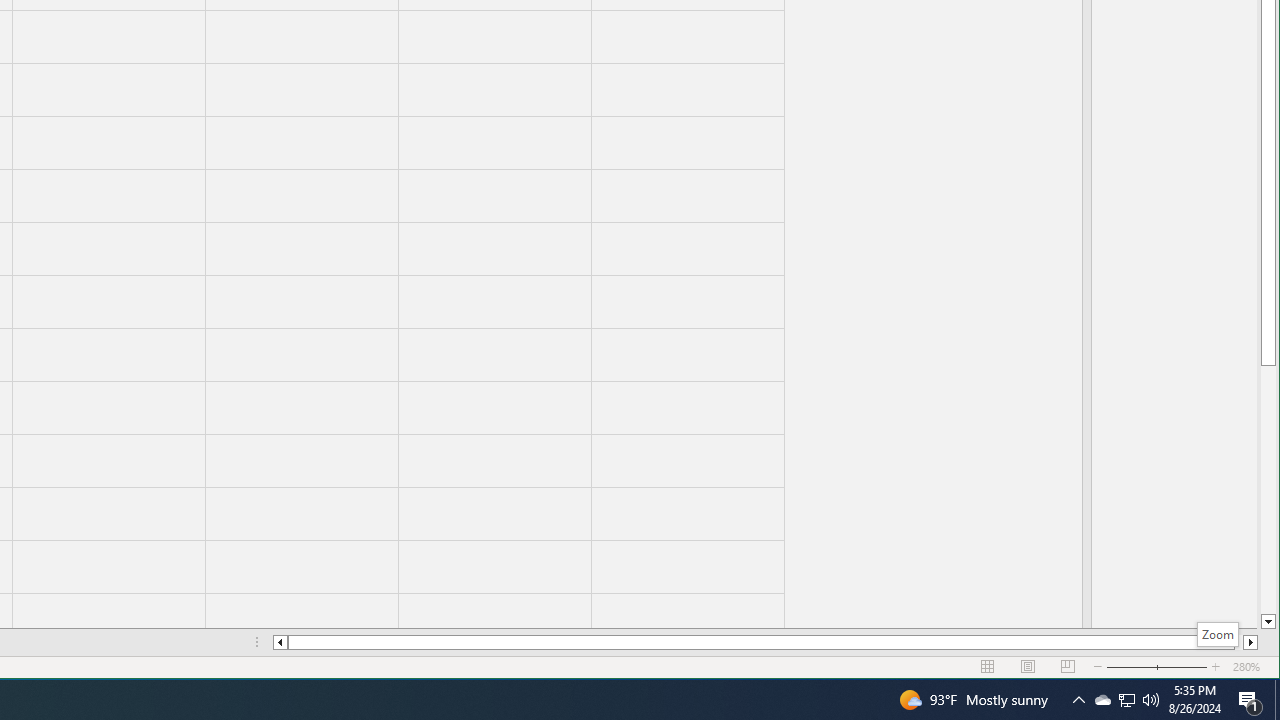  What do you see at coordinates (1215, 667) in the screenshot?
I see `'Zoom In'` at bounding box center [1215, 667].